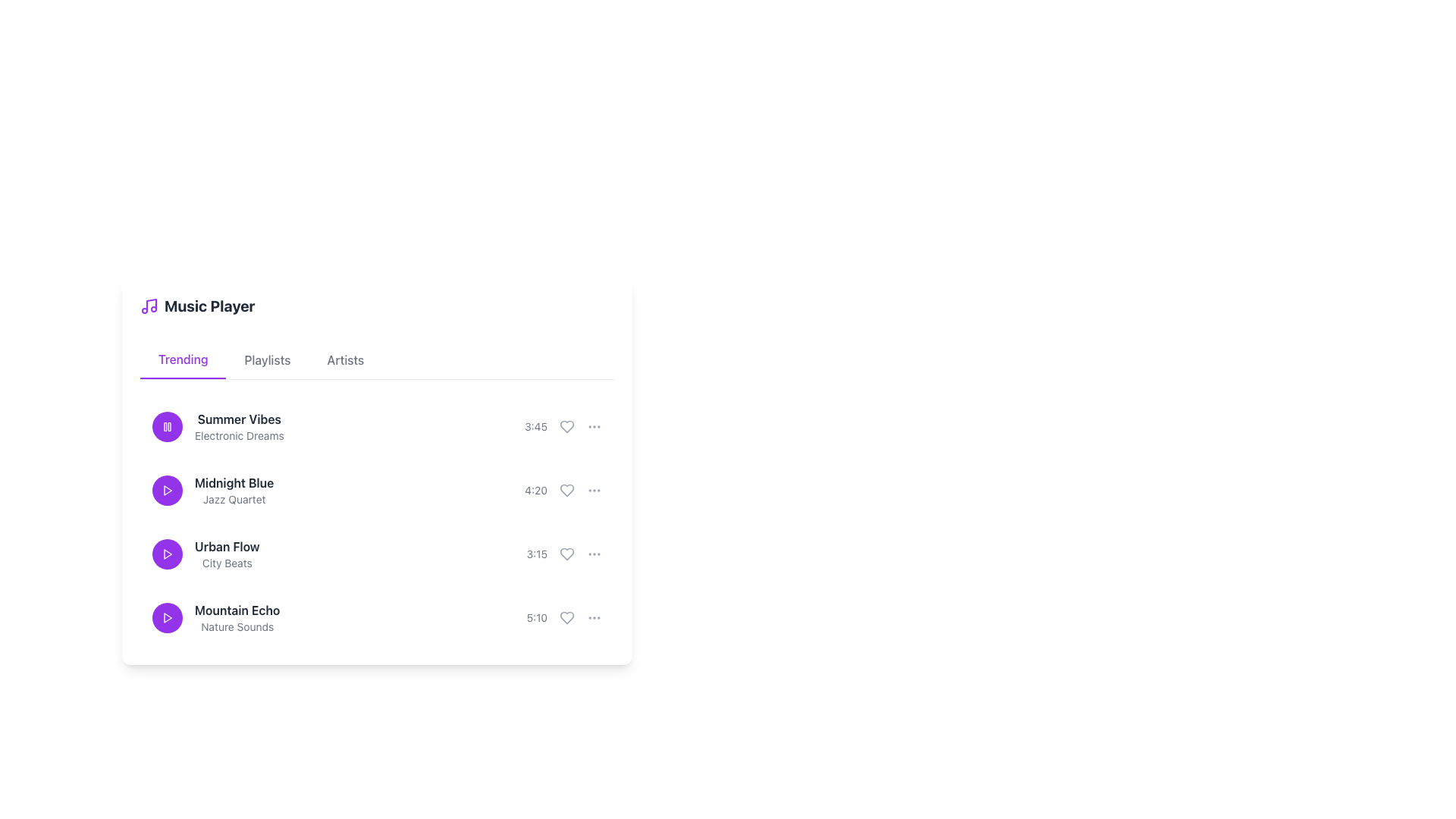 Image resolution: width=1456 pixels, height=819 pixels. Describe the element at coordinates (566, 554) in the screenshot. I see `the heart-shaped icon to mark the track 'Urban Flow' as favorite, located to the right of the play button and aligned with the duration text '3:15'` at that location.